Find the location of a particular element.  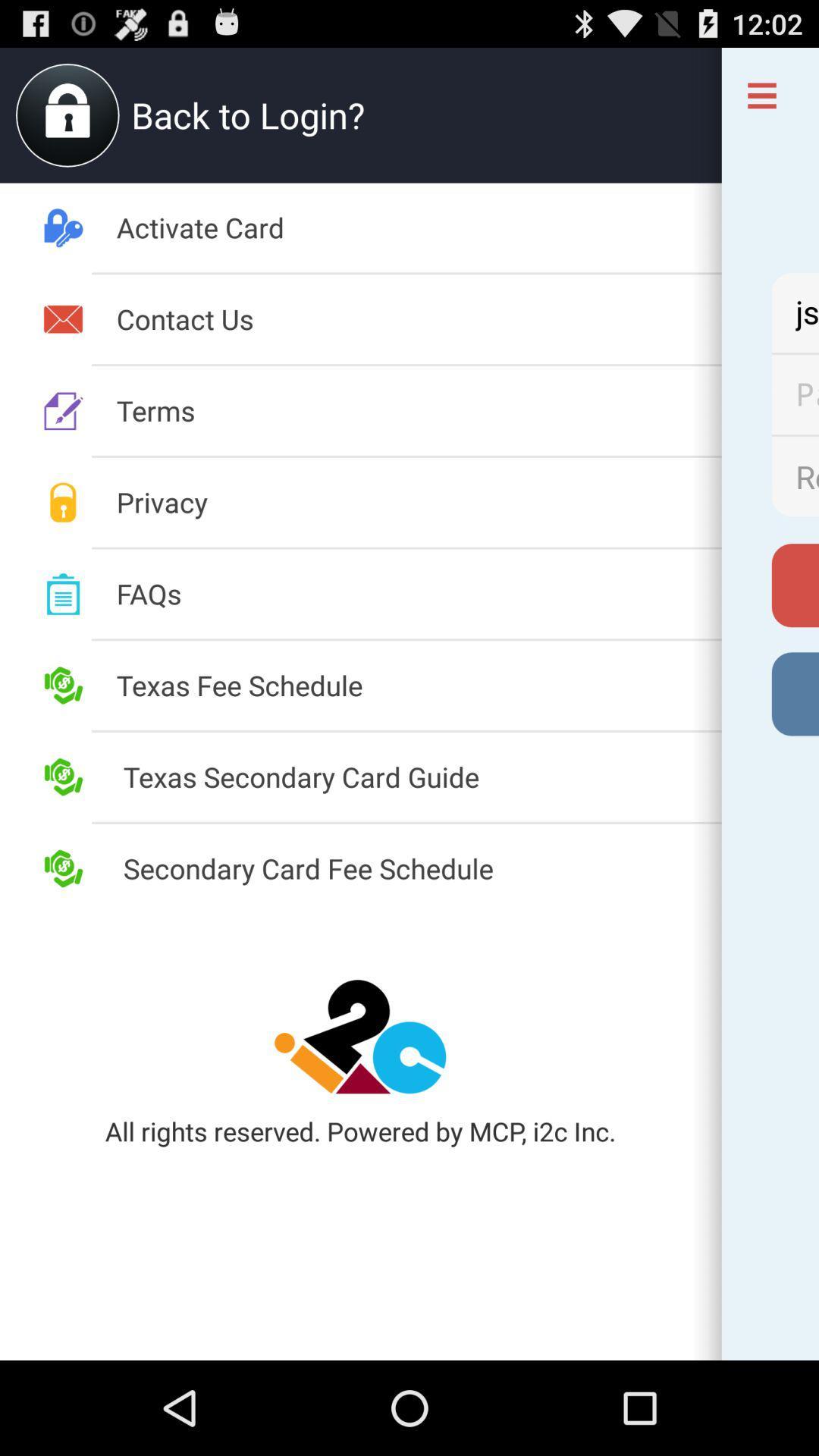

the lock icon is located at coordinates (67, 124).